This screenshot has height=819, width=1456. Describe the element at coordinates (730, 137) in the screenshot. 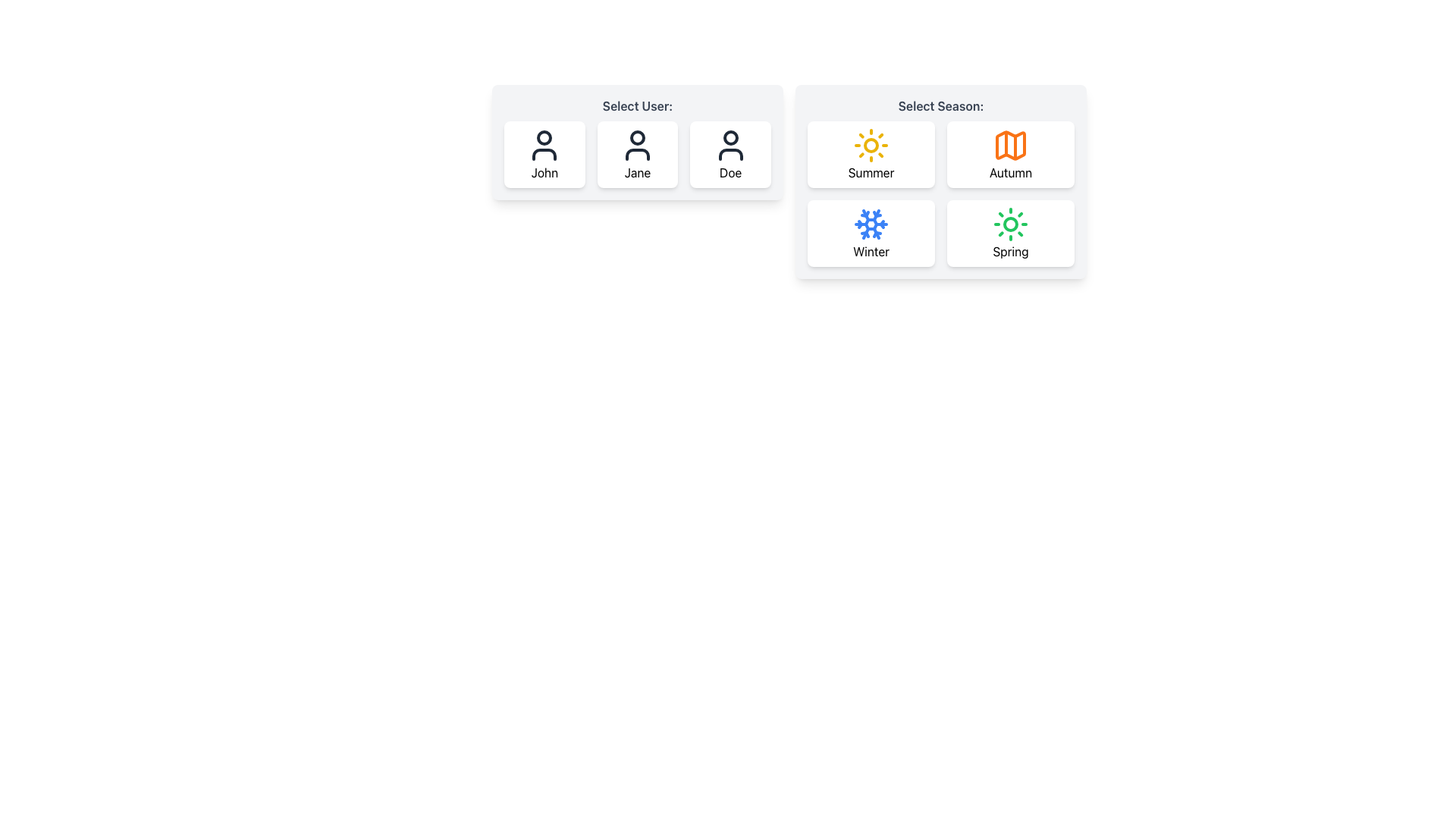

I see `the small circular shape within the 'Doe' user option icon, which appears as a focus mark at the head of the user icon` at that location.